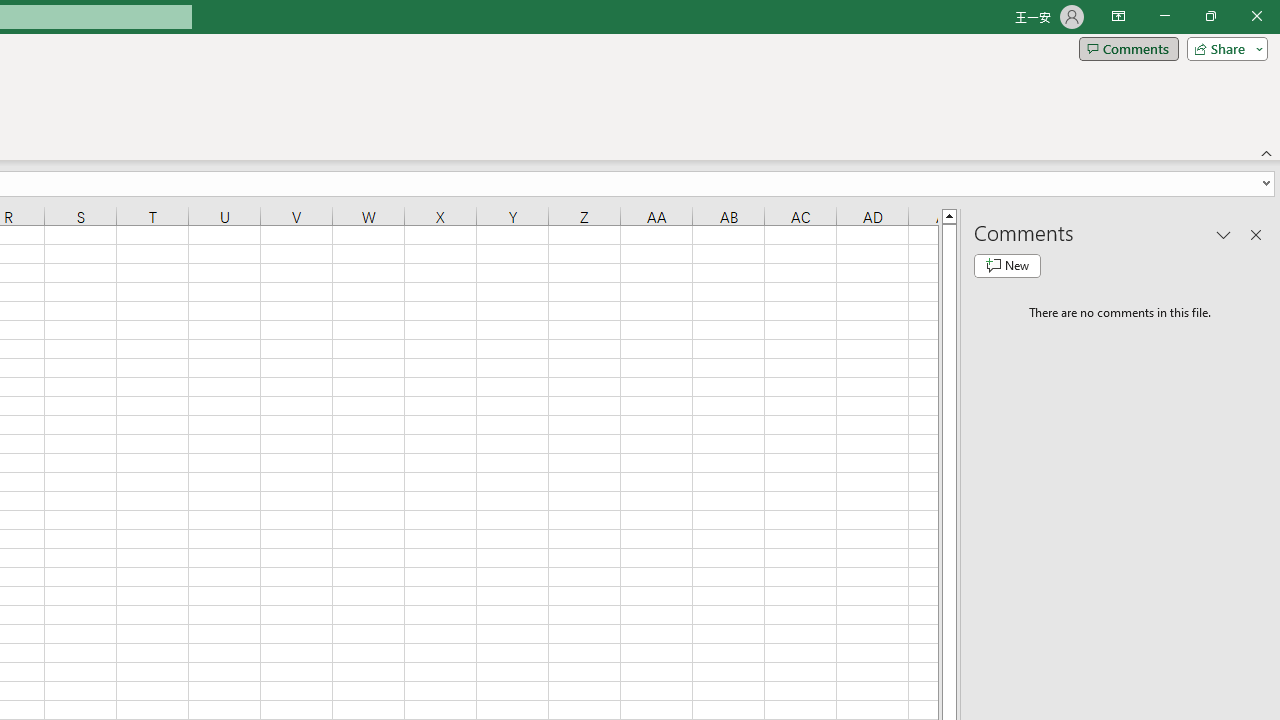 The image size is (1280, 720). What do you see at coordinates (1117, 16) in the screenshot?
I see `'Ribbon Display Options'` at bounding box center [1117, 16].